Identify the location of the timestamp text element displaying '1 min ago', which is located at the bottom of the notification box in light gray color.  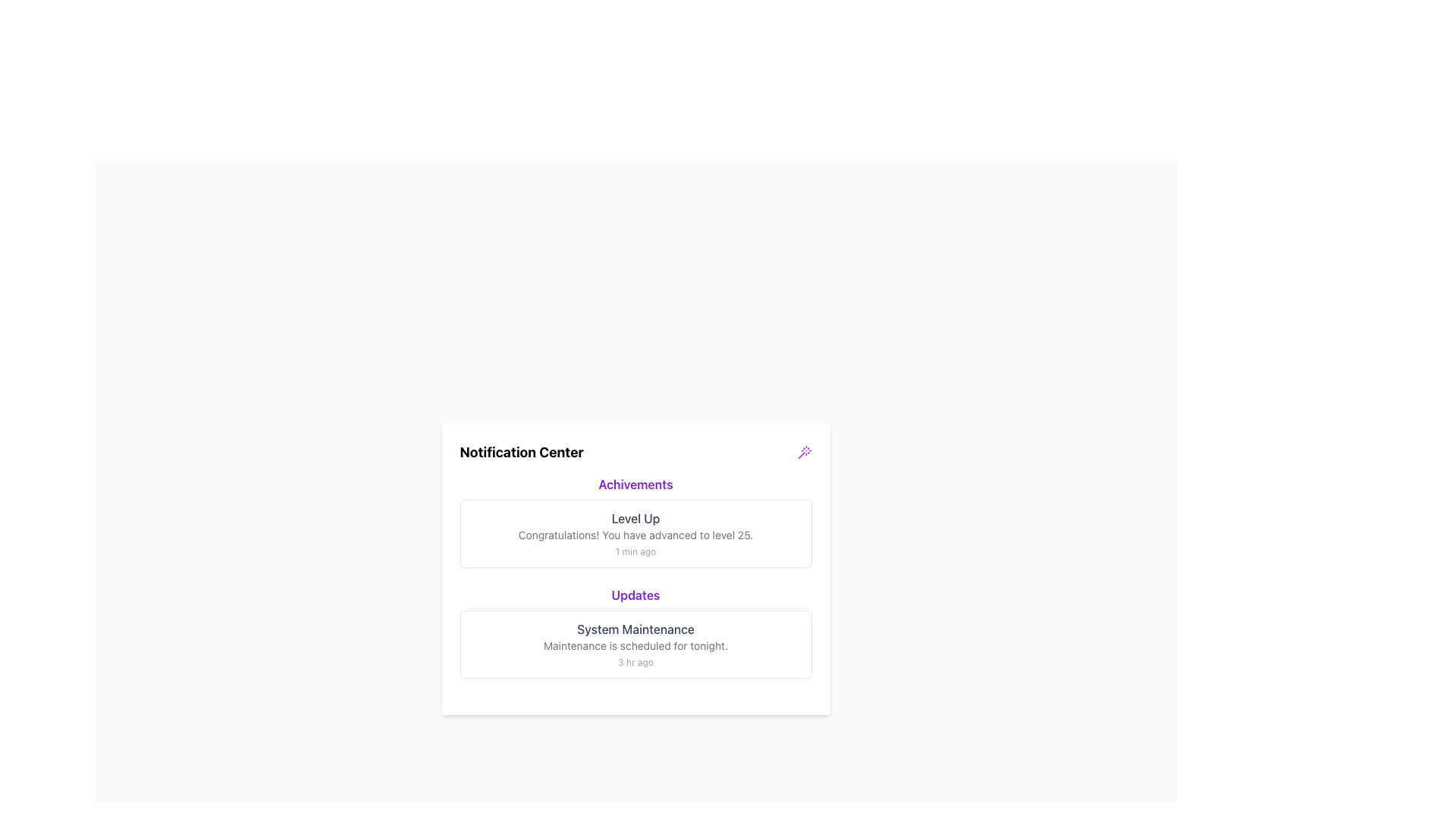
(635, 552).